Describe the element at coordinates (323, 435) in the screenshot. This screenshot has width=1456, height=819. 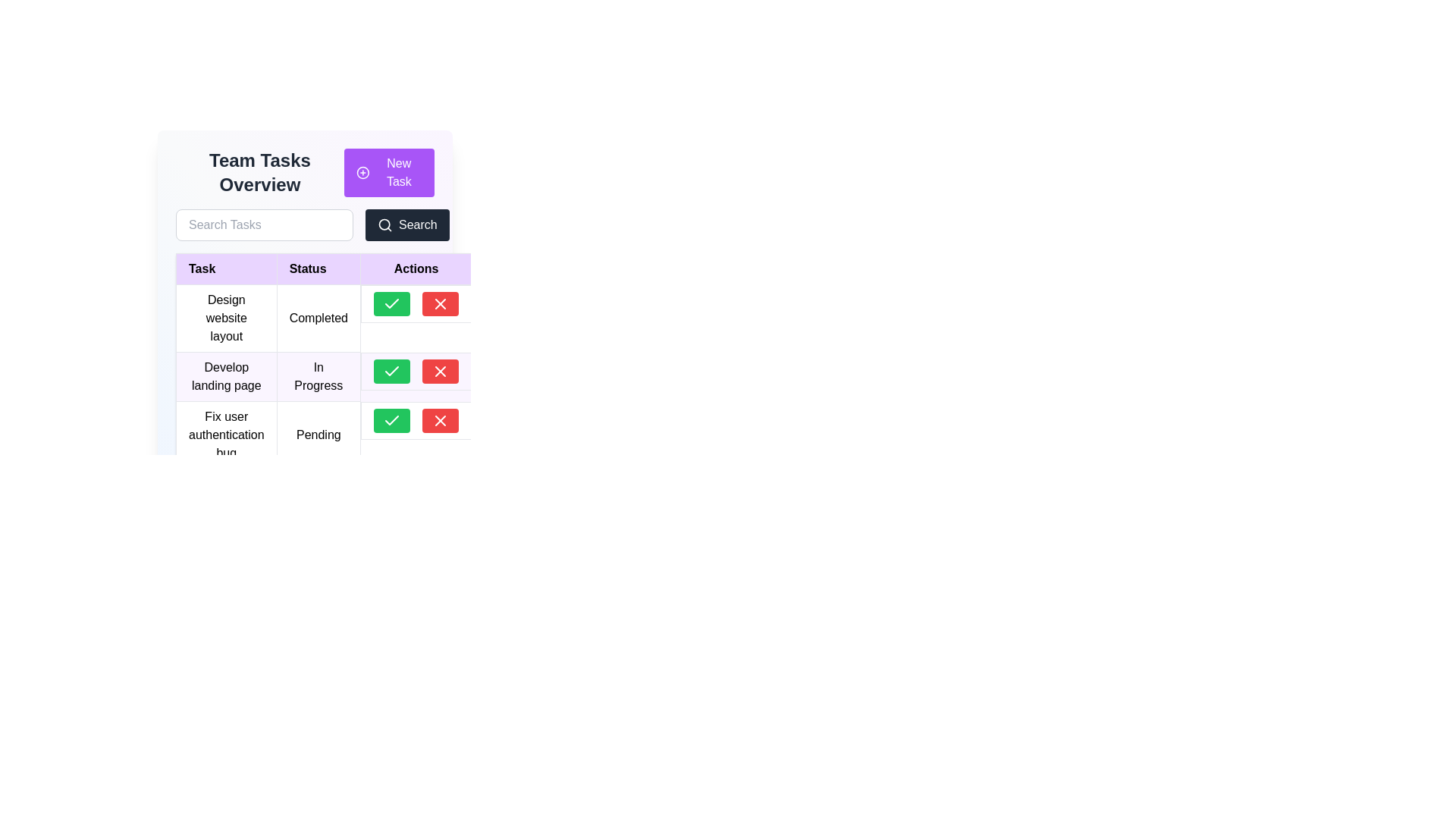
I see `the row entry displaying 'Fix user authentication bug' and its status 'Pending'` at that location.